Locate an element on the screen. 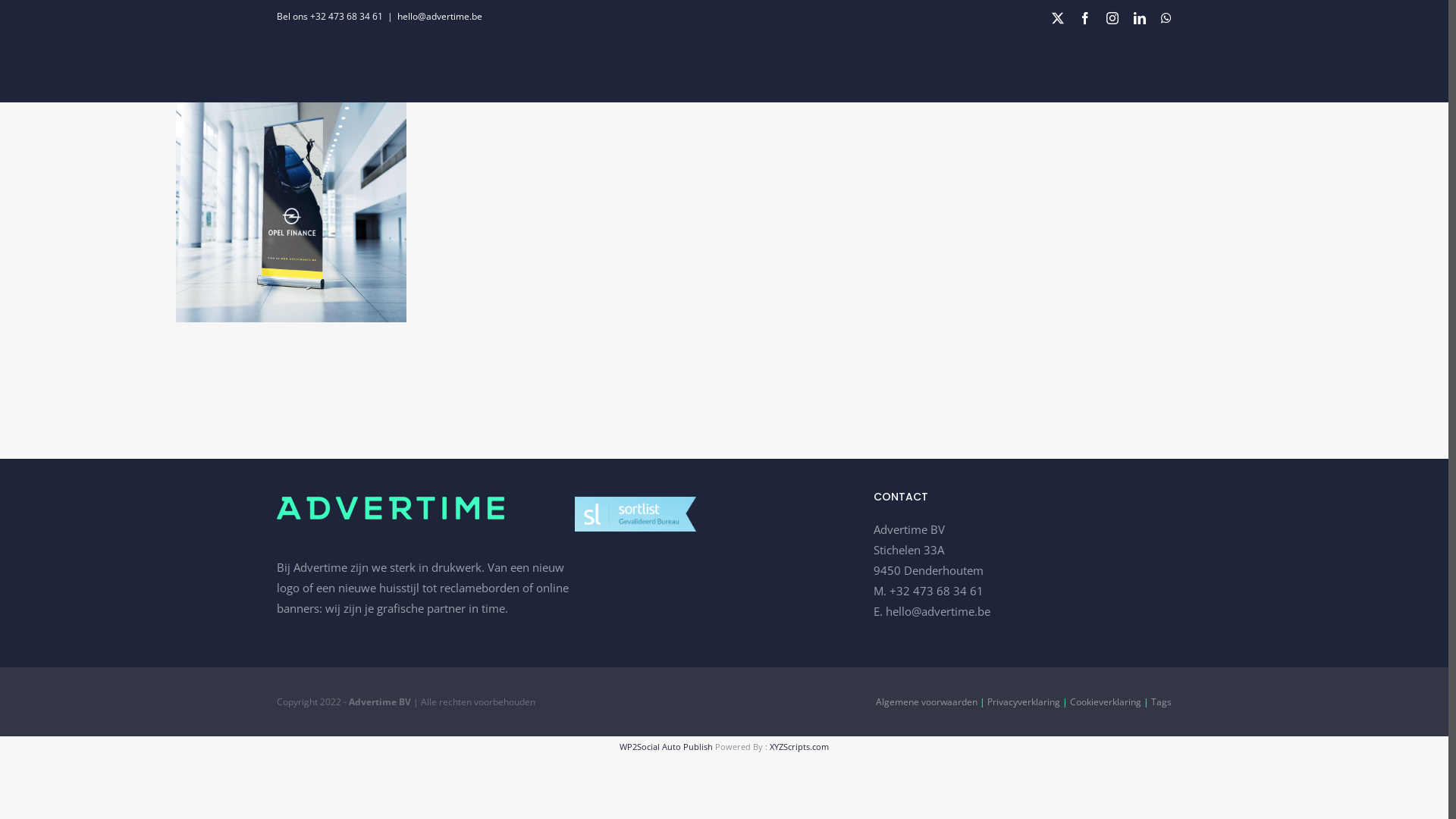 The width and height of the screenshot is (1456, 819). 'Facebook' is located at coordinates (1078, 17).